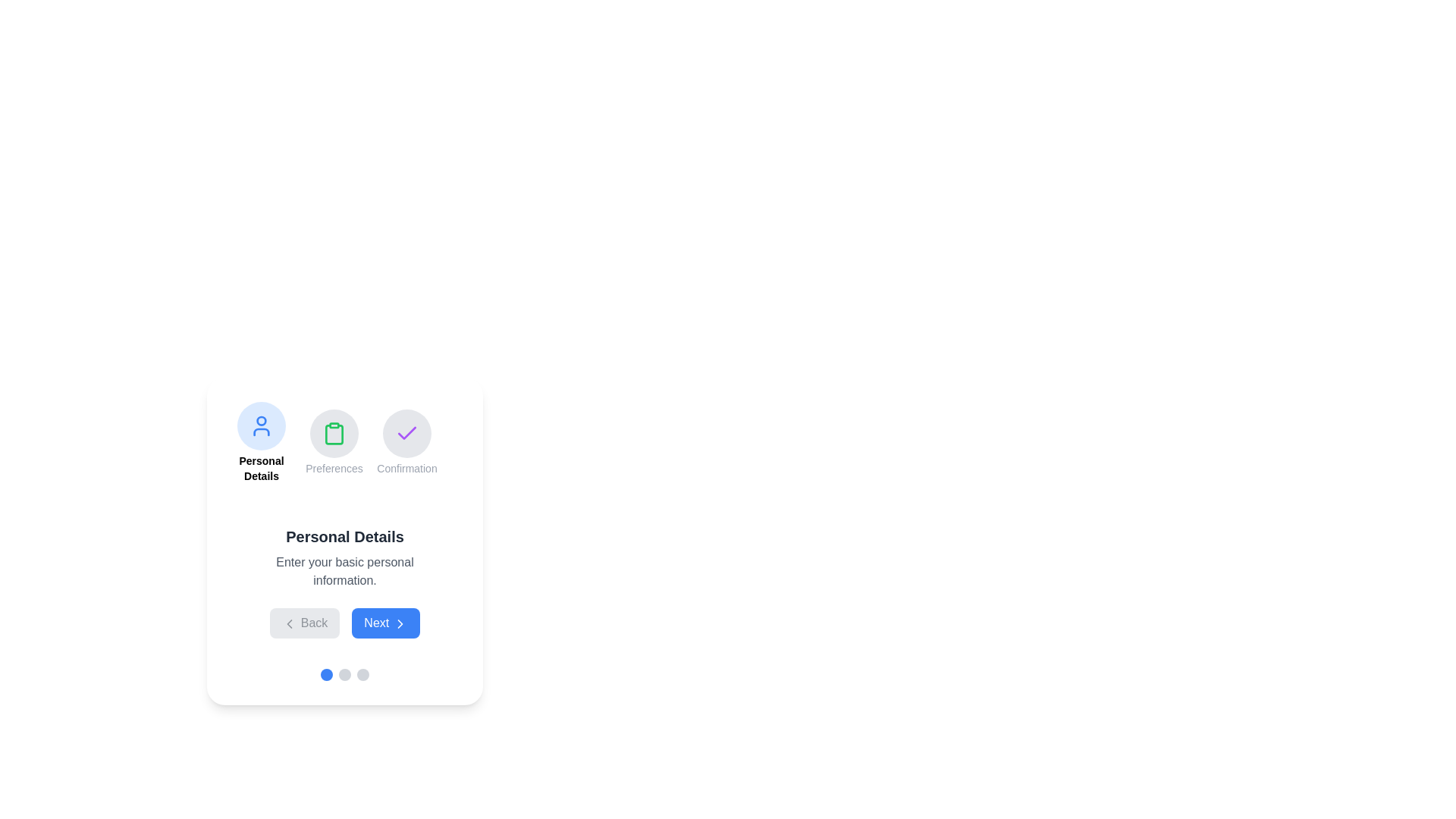 This screenshot has width=1456, height=819. What do you see at coordinates (344, 674) in the screenshot?
I see `the middle gray dot of the Progress Indicator located at the bottom-center of the UI card` at bounding box center [344, 674].